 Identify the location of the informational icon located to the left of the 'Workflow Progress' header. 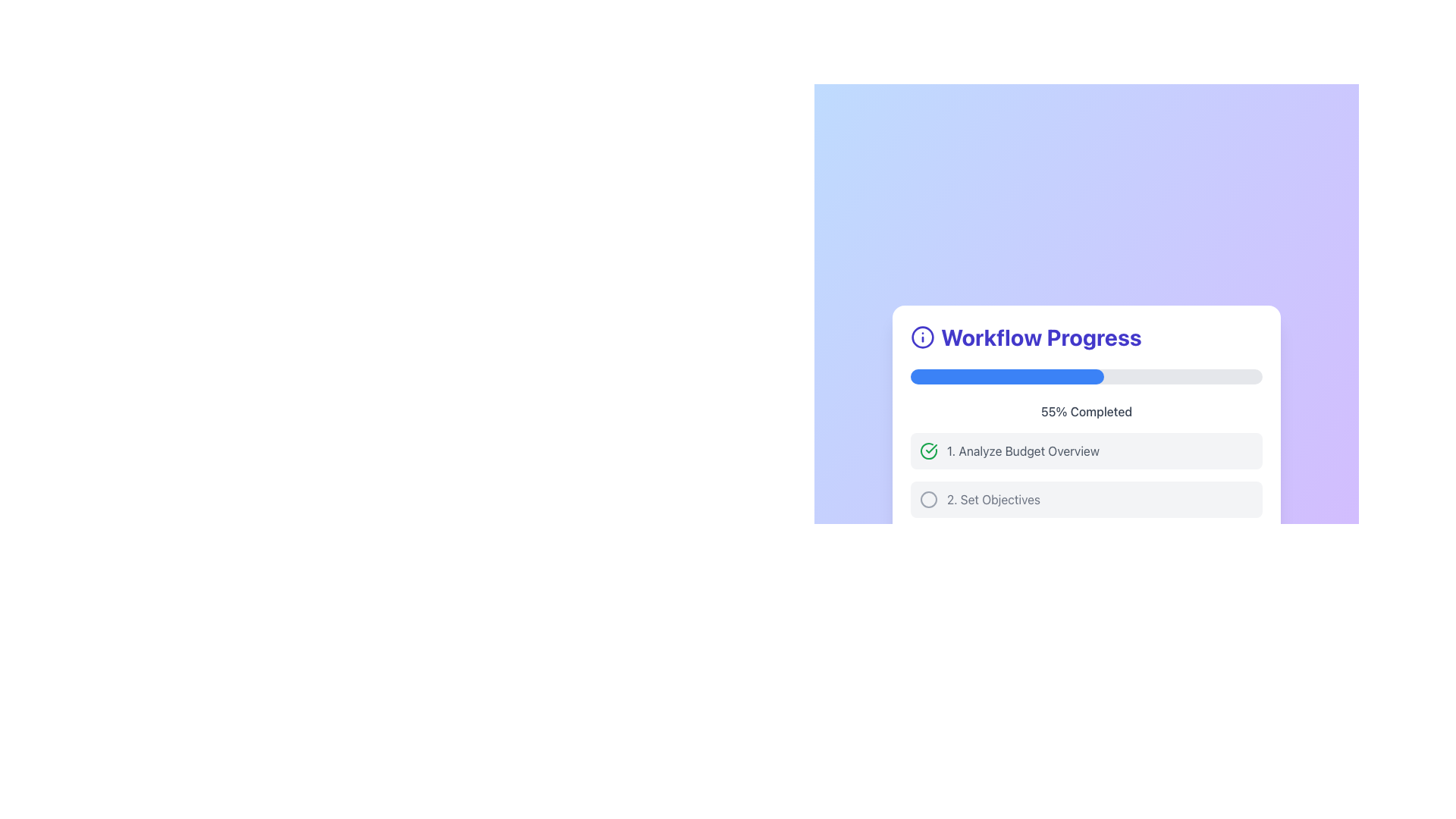
(922, 336).